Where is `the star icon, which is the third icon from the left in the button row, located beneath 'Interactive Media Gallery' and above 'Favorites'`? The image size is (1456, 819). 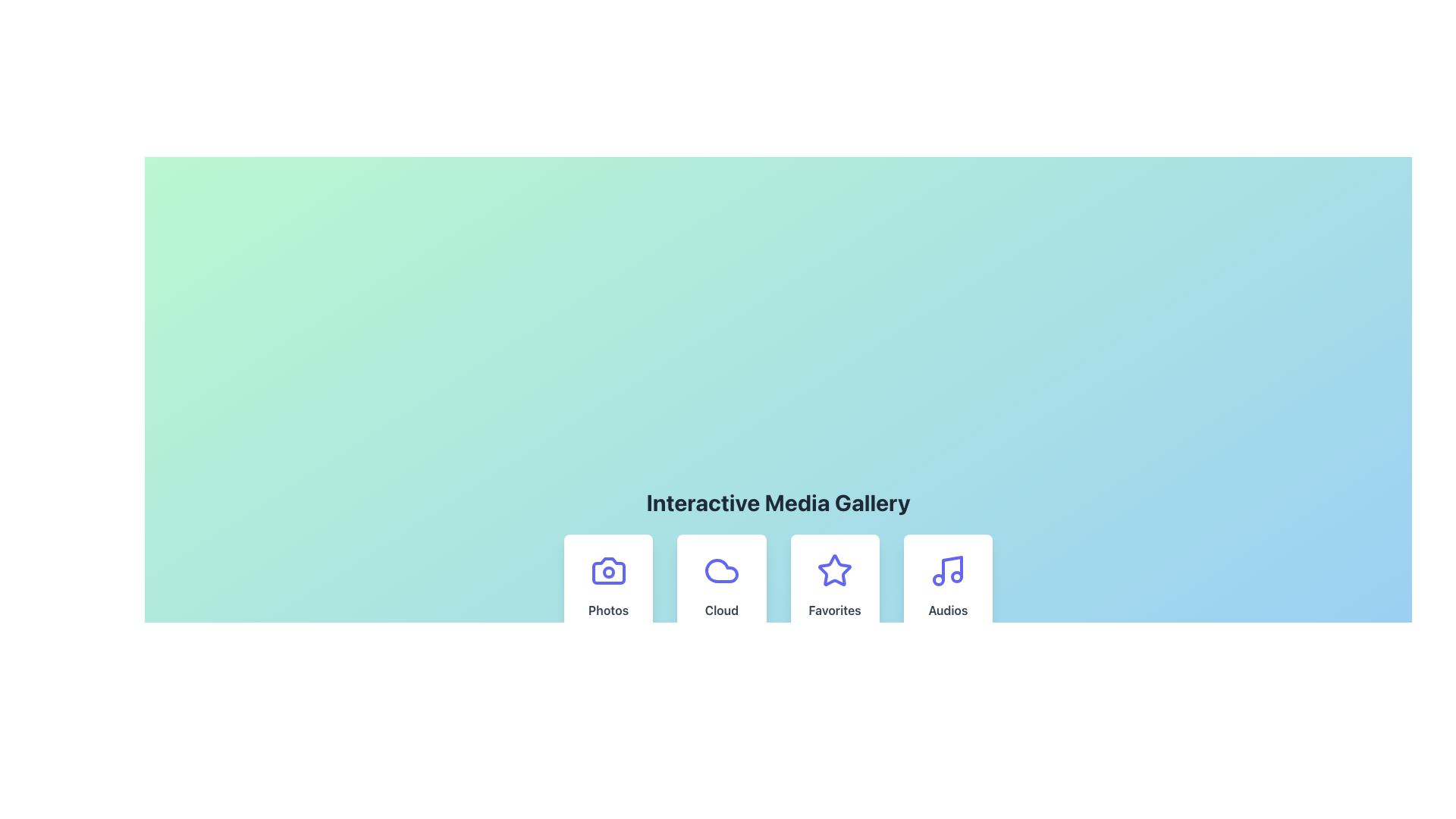
the star icon, which is the third icon from the left in the button row, located beneath 'Interactive Media Gallery' and above 'Favorites' is located at coordinates (834, 570).